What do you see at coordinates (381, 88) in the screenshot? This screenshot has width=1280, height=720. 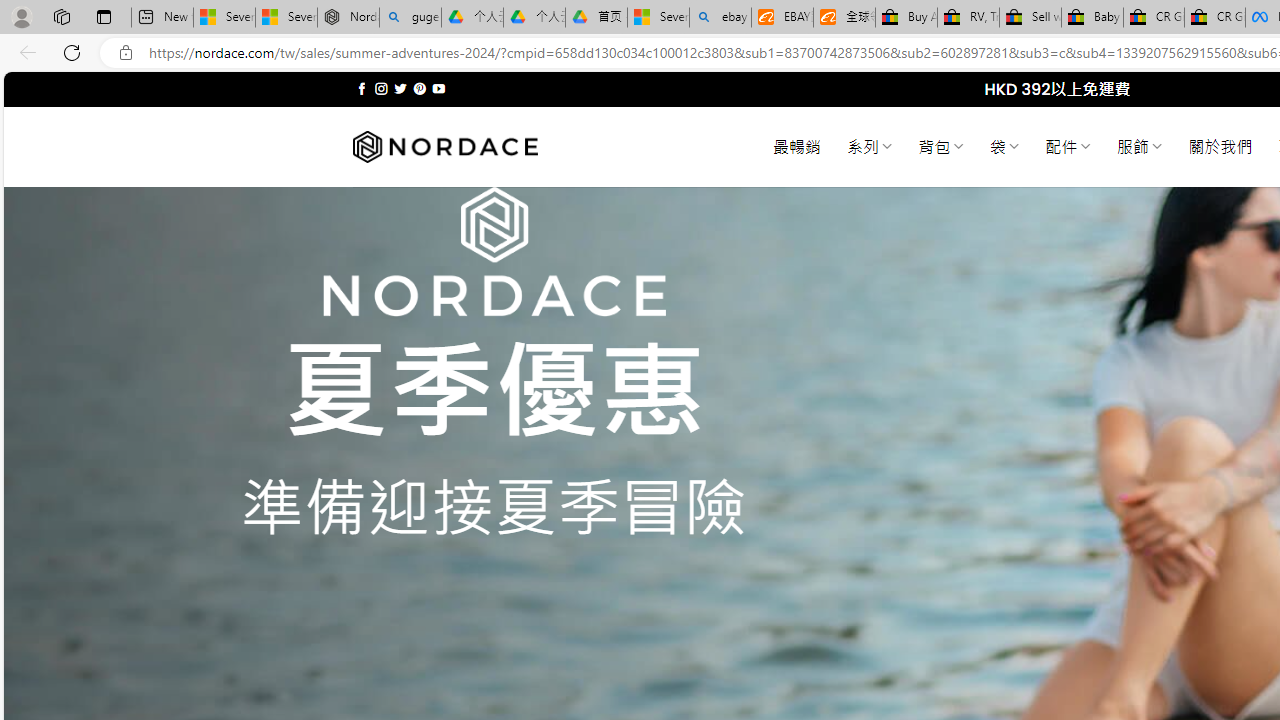 I see `'Follow on Instagram'` at bounding box center [381, 88].